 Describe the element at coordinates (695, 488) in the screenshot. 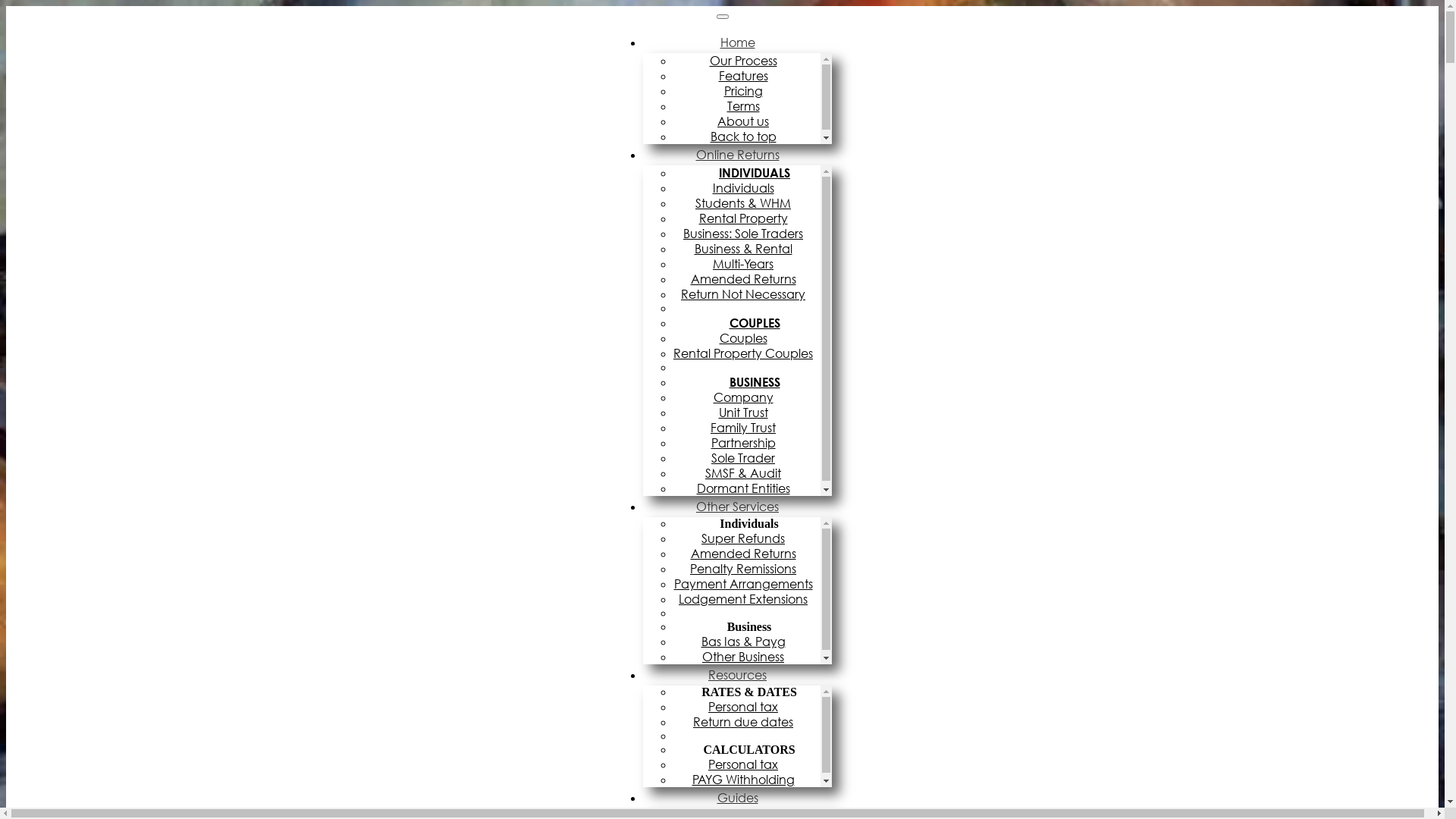

I see `'Dormant Entities'` at that location.